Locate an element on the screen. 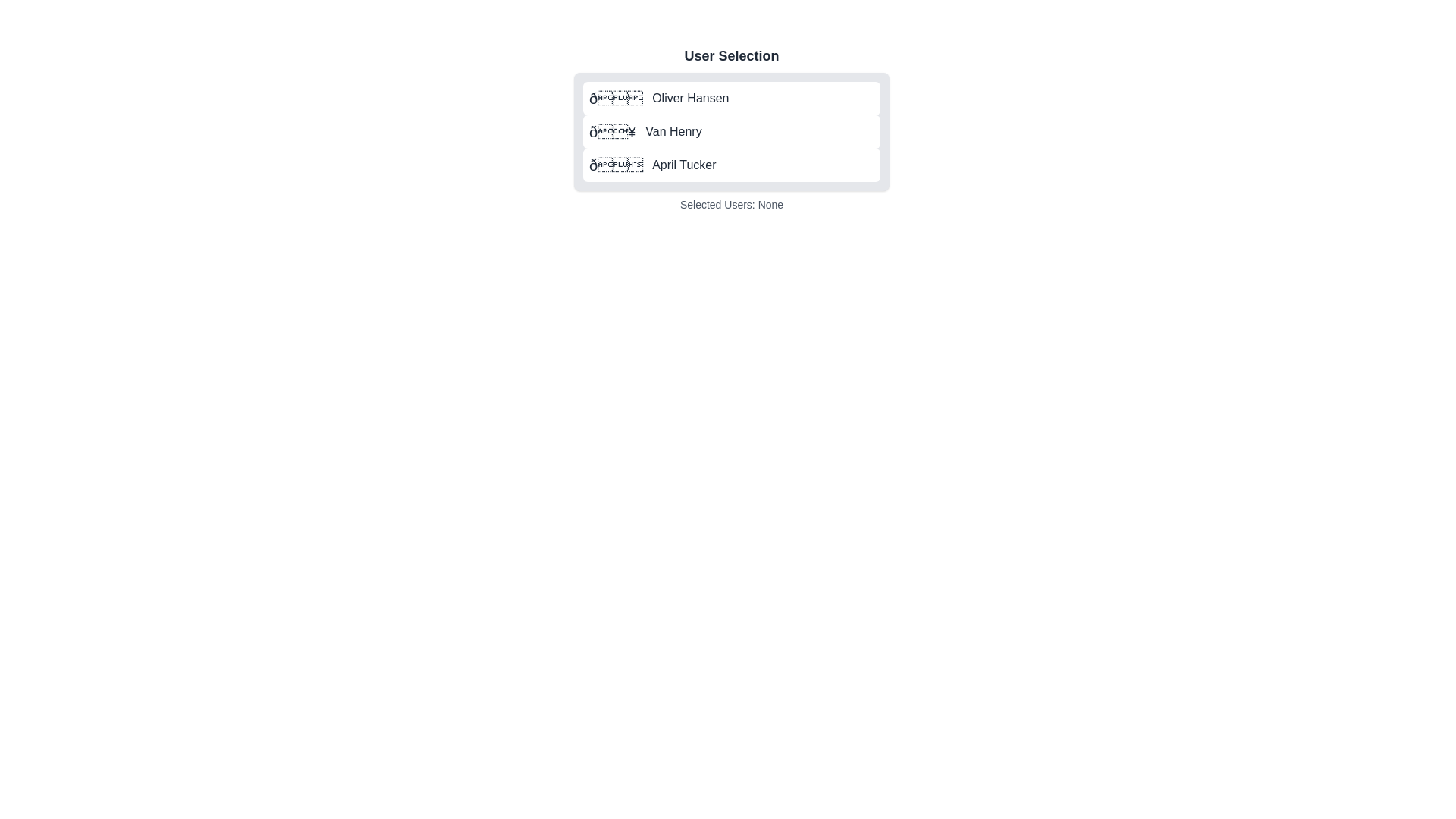 The width and height of the screenshot is (1456, 819). the bold, large font text label reading 'User Selection' located prominently at the top of its group is located at coordinates (731, 55).